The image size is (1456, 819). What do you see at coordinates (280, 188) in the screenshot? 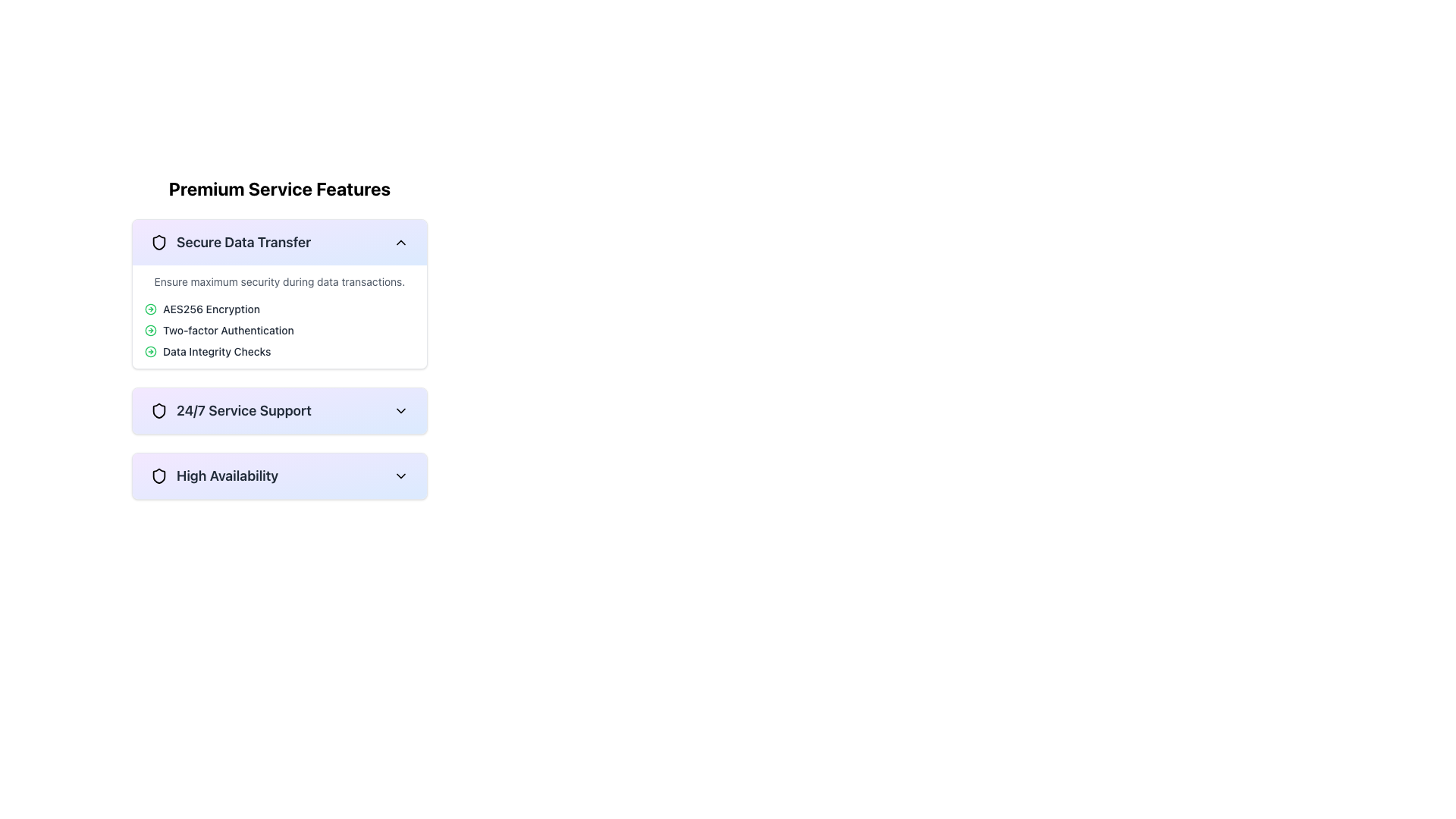
I see `the text label that reads 'Premium Service Features', which is displayed in bold, large font size and centered alignment, positioned above the first service card labeled 'Secure Data Transfer'` at bounding box center [280, 188].